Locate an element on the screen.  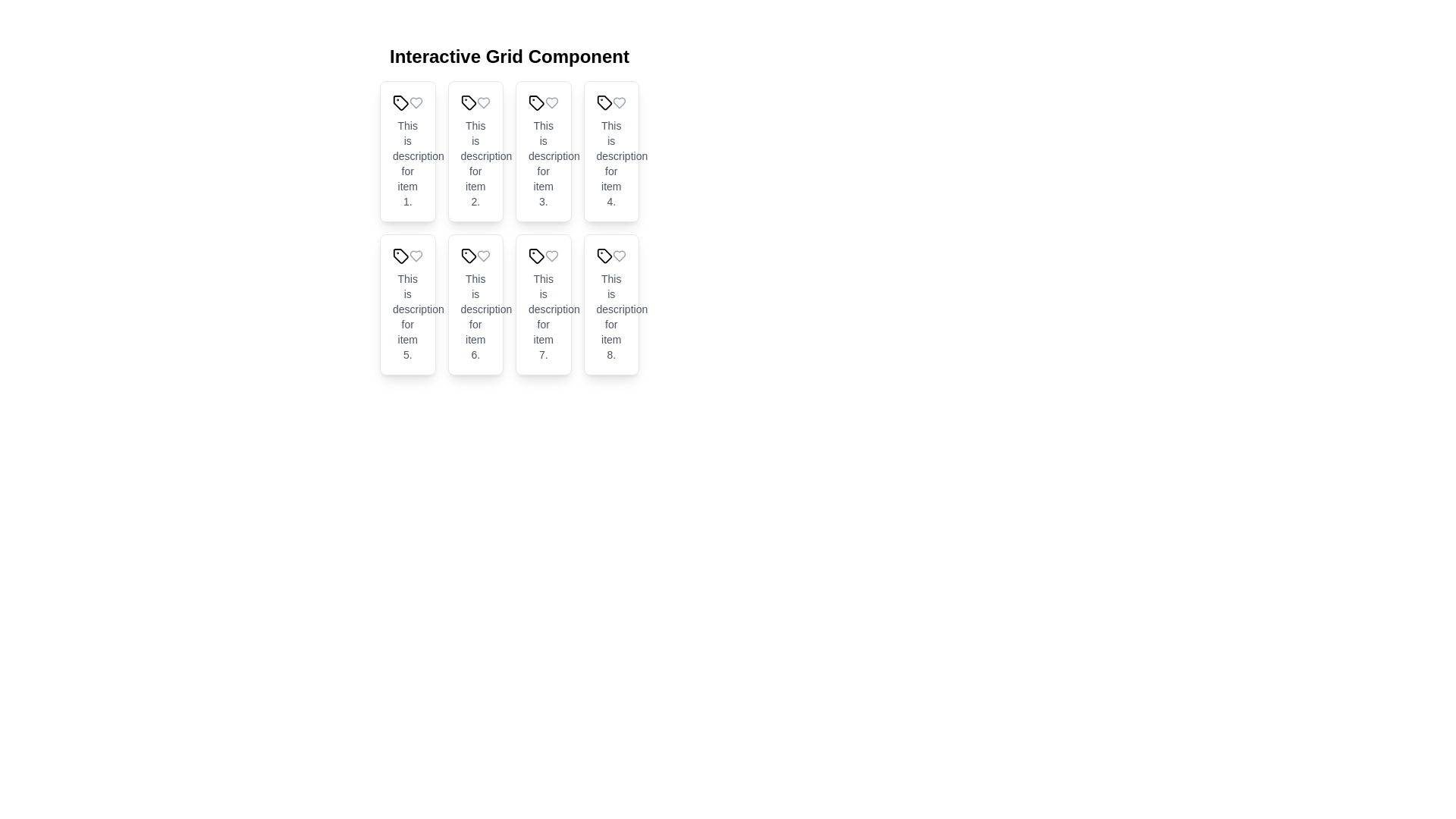
the description of the Card, which is the third tile in a grid layout displaying item details and icons is located at coordinates (543, 152).